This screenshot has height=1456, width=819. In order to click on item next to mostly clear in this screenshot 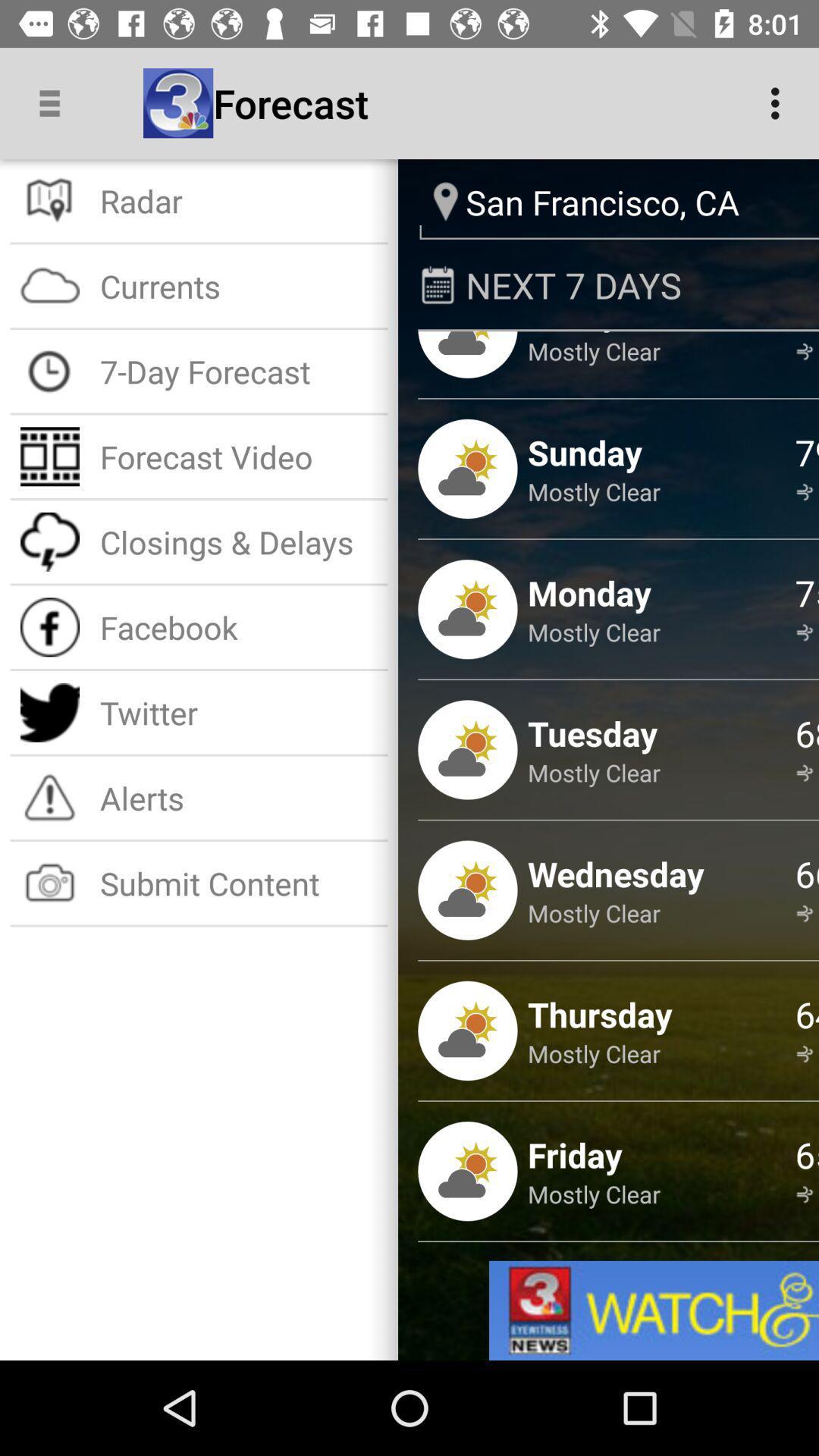, I will do `click(806, 333)`.